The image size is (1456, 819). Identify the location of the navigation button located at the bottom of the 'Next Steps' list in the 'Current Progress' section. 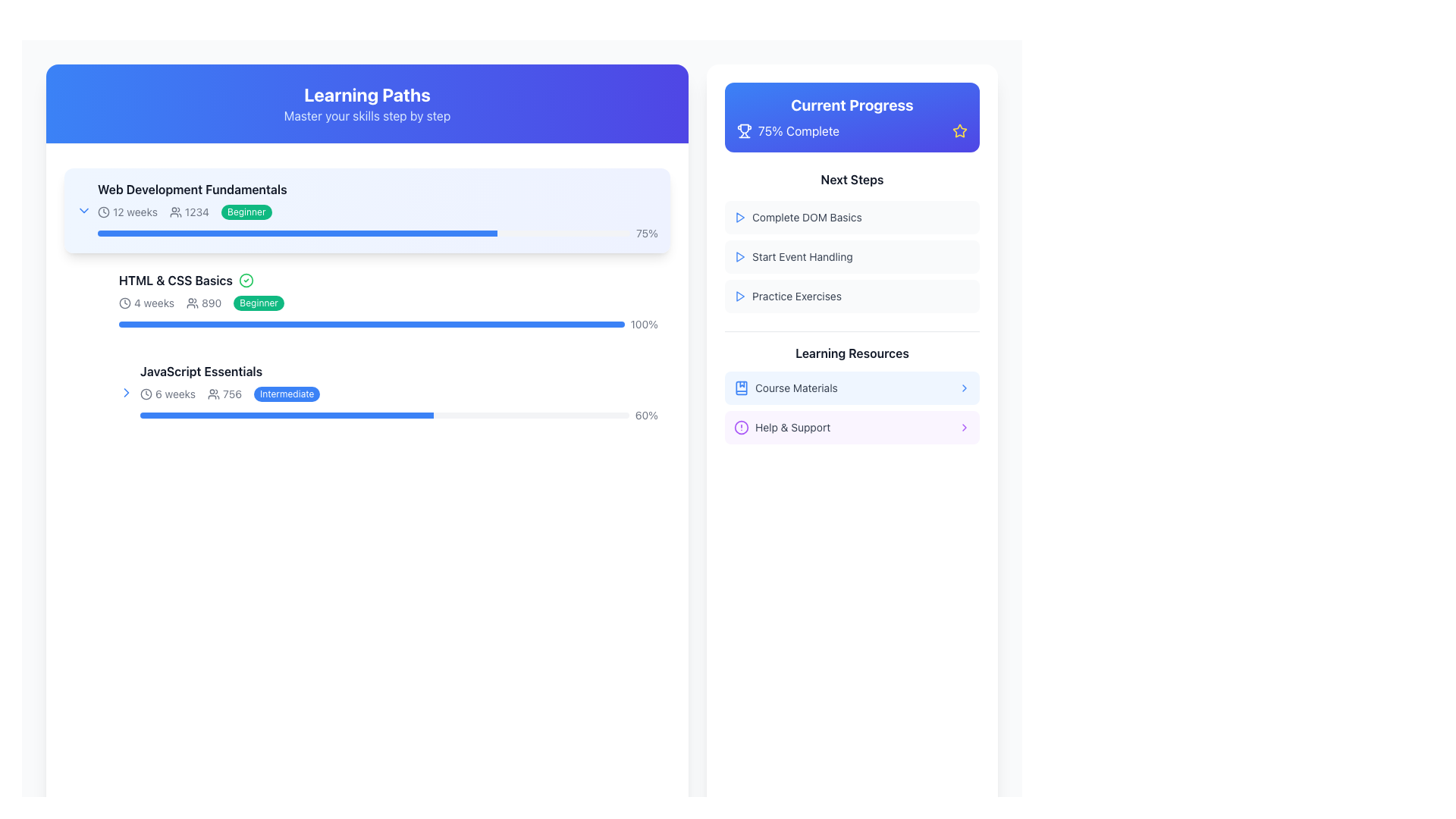
(852, 296).